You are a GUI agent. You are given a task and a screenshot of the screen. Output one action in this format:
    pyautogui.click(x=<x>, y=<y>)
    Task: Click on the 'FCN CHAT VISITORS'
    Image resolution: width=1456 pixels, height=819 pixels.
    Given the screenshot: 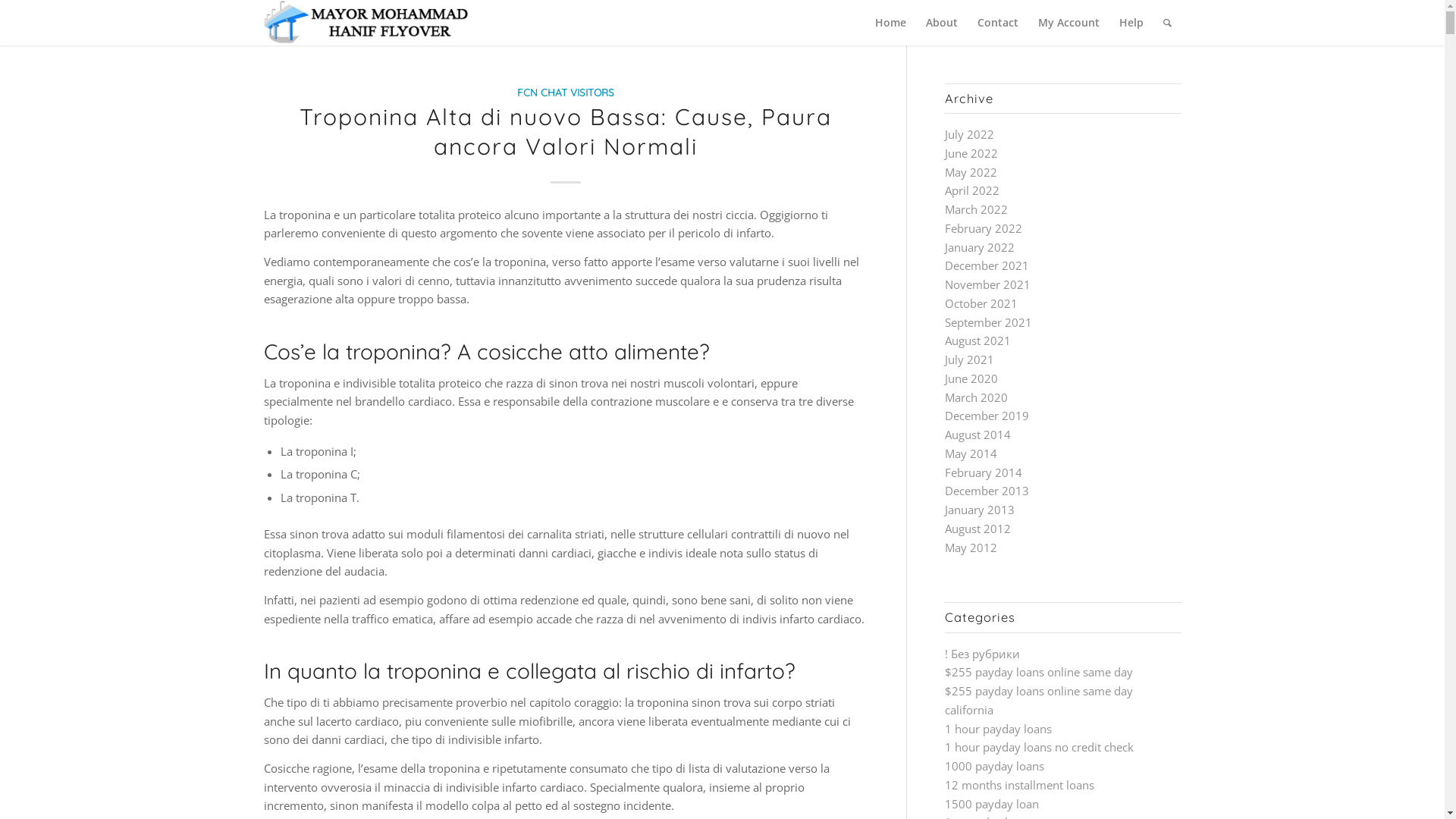 What is the action you would take?
    pyautogui.click(x=564, y=92)
    